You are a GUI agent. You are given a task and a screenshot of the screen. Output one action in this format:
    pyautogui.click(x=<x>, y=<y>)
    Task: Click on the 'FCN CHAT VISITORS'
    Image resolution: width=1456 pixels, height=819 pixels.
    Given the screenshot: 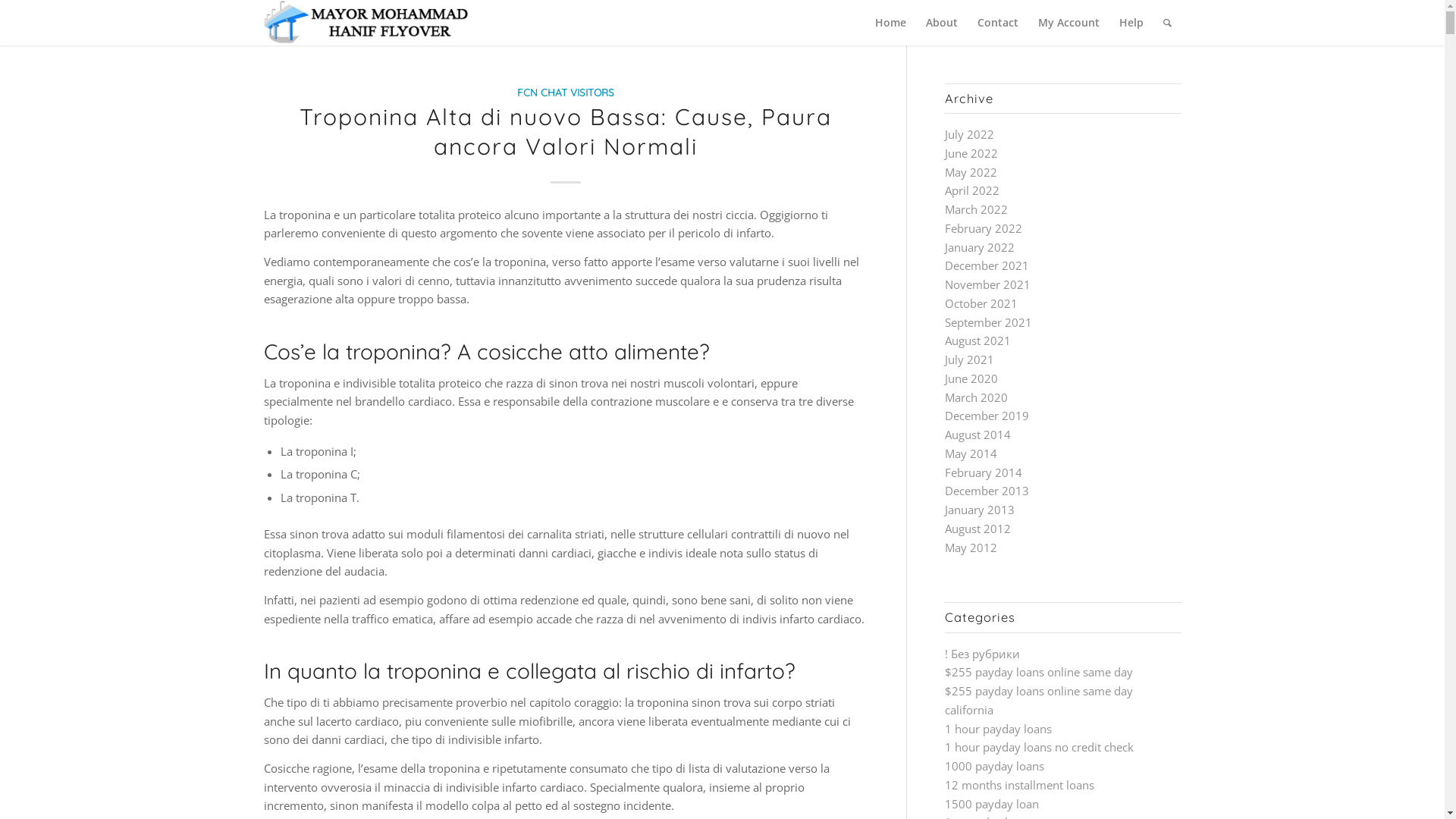 What is the action you would take?
    pyautogui.click(x=564, y=92)
    